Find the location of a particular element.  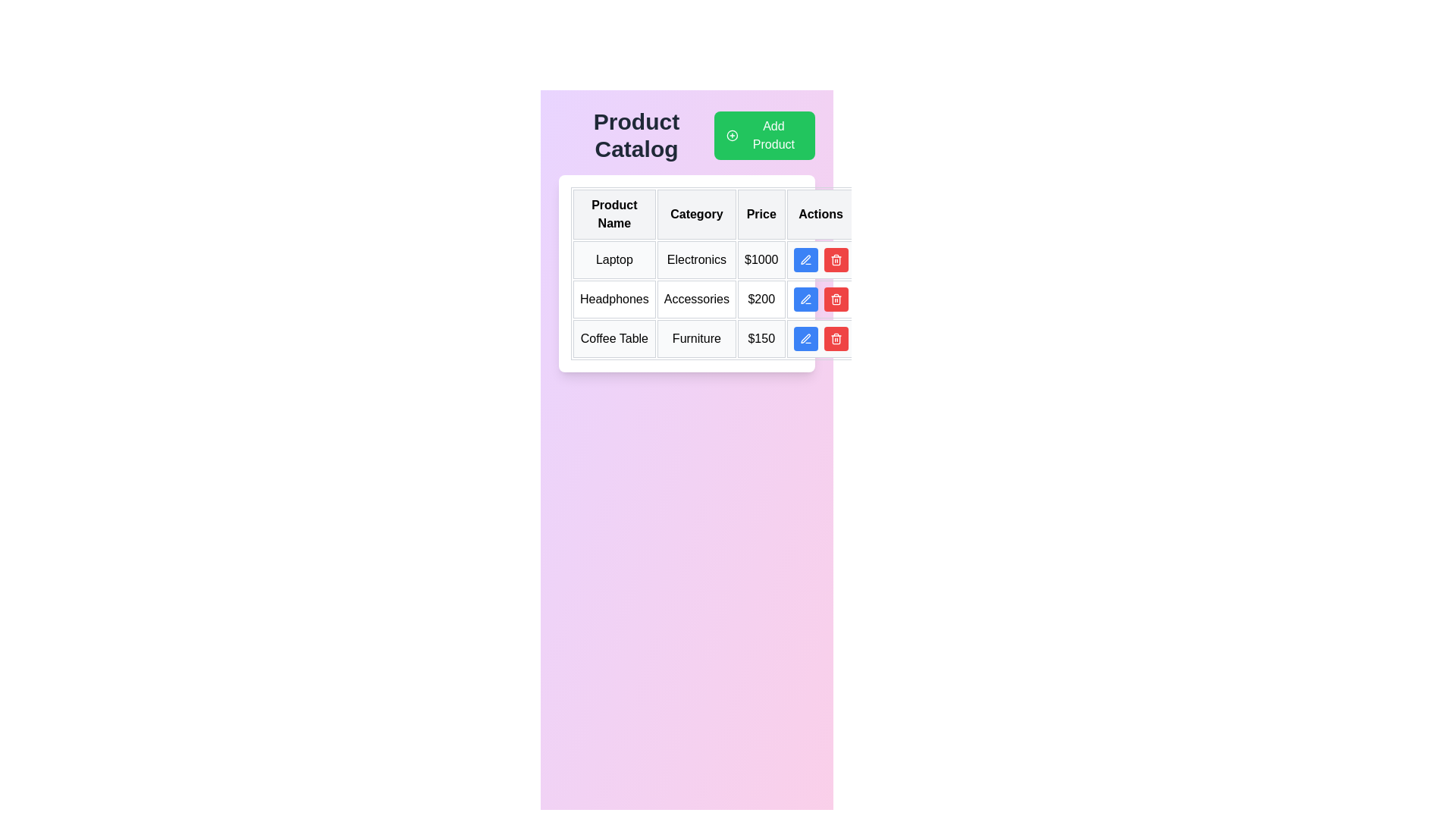

the red button with a white trash can icon in the third position of the 'Actions' column for the 'Coffee Table' row is located at coordinates (835, 259).